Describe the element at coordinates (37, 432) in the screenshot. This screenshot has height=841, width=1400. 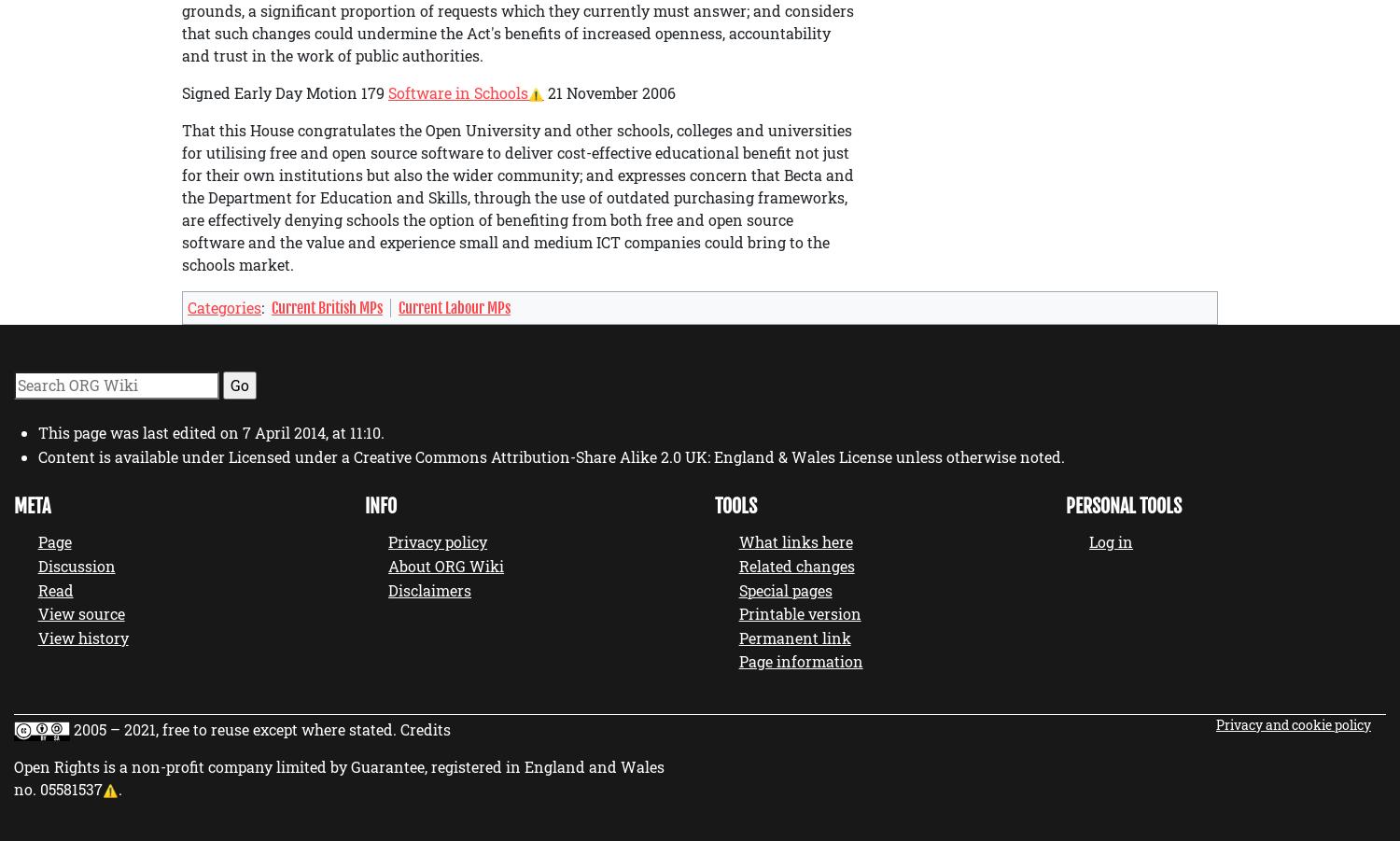
I see `'This page was last edited on 7 April 2014, at 11:10.'` at that location.